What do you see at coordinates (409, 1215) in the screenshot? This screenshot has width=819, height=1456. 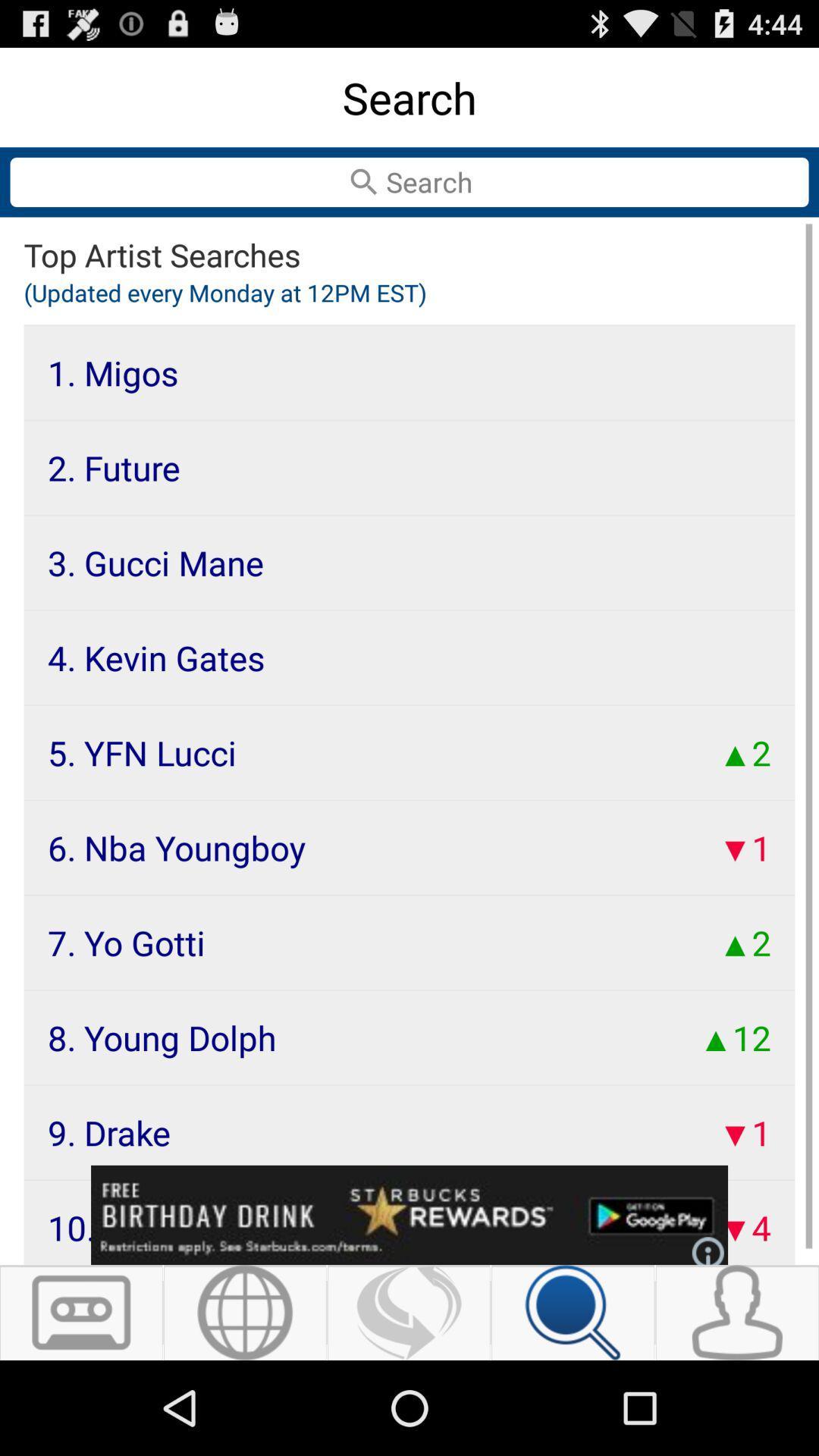 I see `click the advertisement` at bounding box center [409, 1215].